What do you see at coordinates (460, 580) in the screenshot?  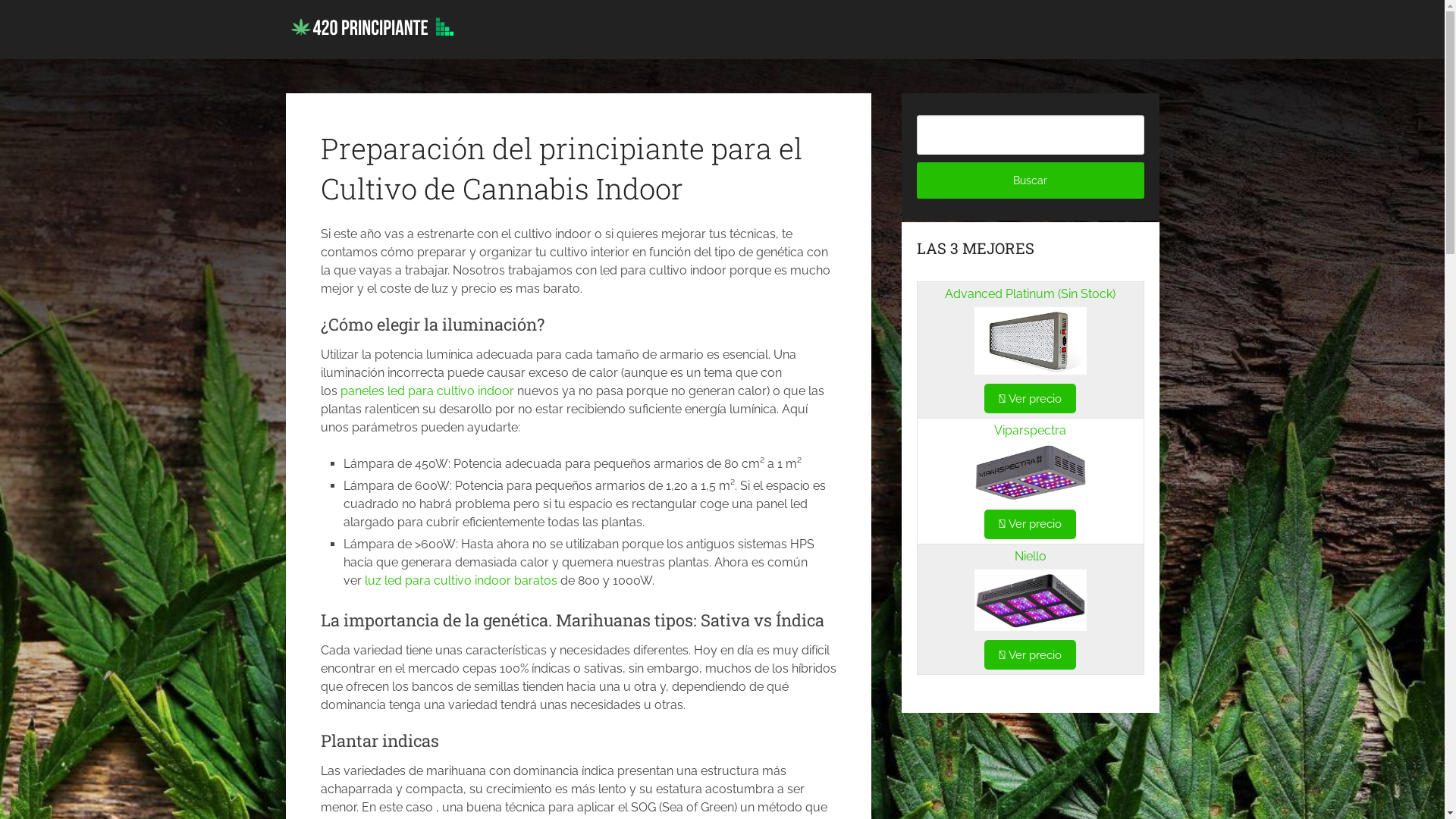 I see `'luz led para cultivo indoor baratos'` at bounding box center [460, 580].